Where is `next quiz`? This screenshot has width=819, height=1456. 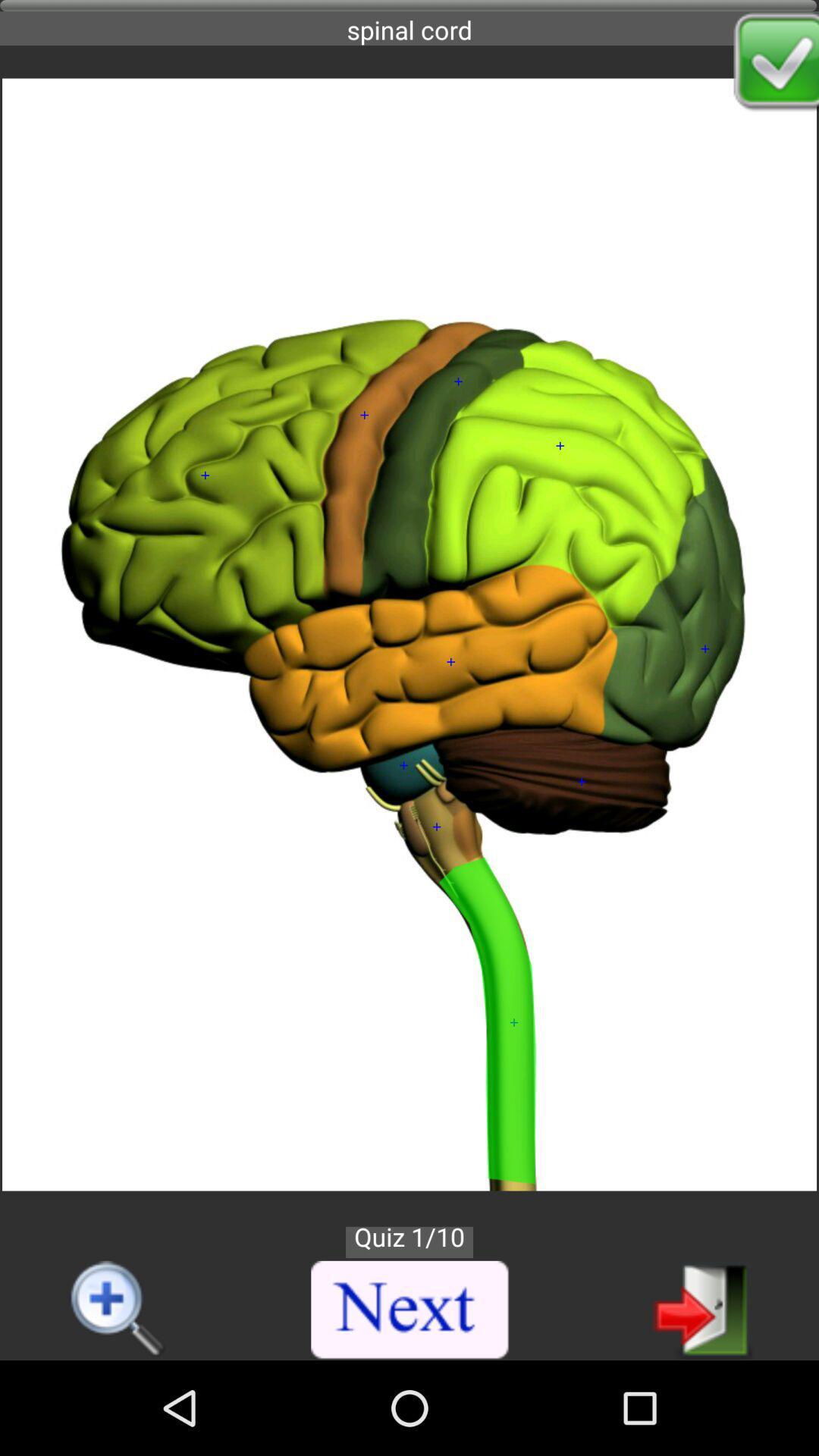
next quiz is located at coordinates (410, 1310).